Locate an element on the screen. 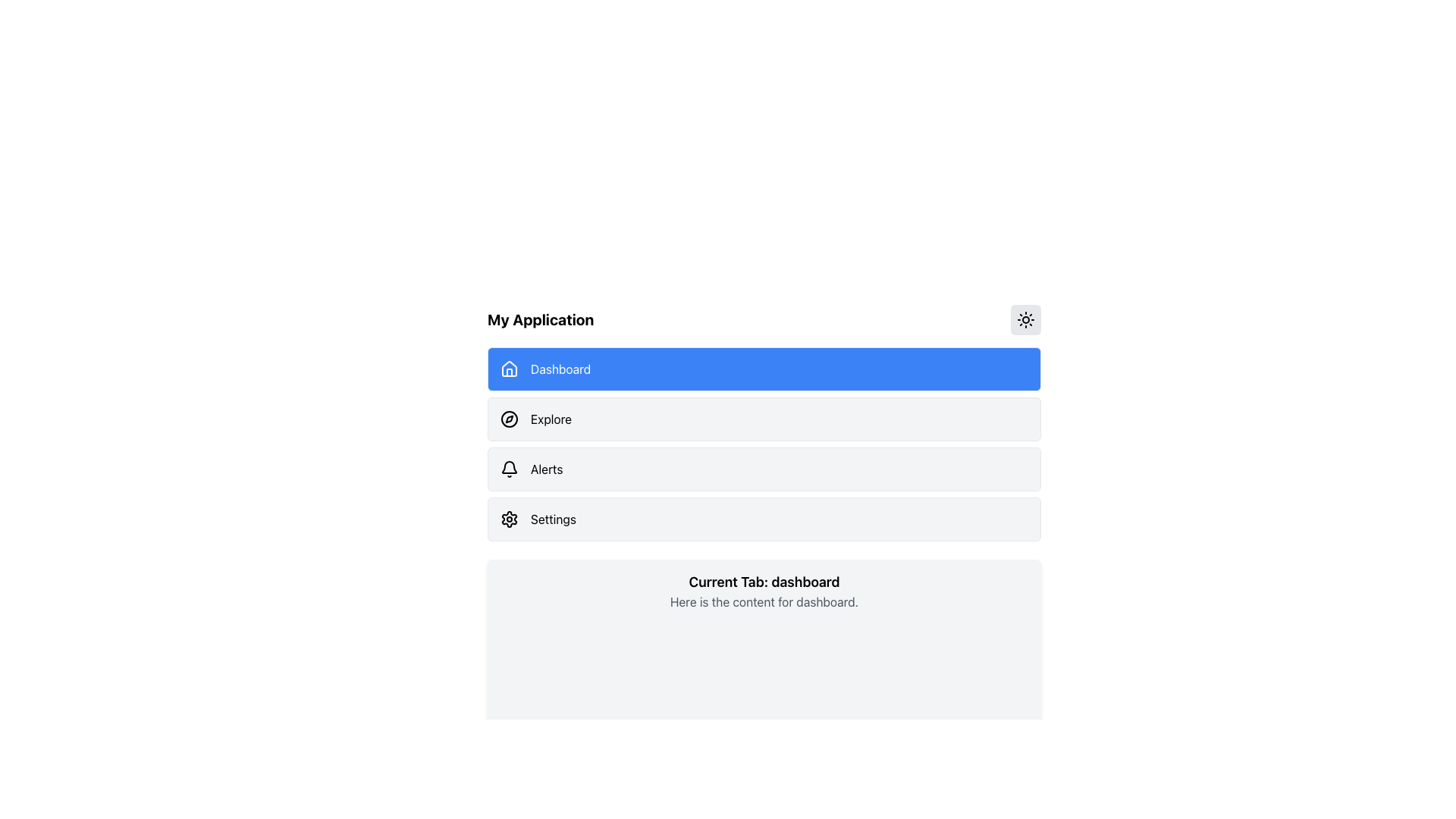 This screenshot has width=1456, height=819. the 'Alerts' navigation item in the vertical navigation list is located at coordinates (764, 468).